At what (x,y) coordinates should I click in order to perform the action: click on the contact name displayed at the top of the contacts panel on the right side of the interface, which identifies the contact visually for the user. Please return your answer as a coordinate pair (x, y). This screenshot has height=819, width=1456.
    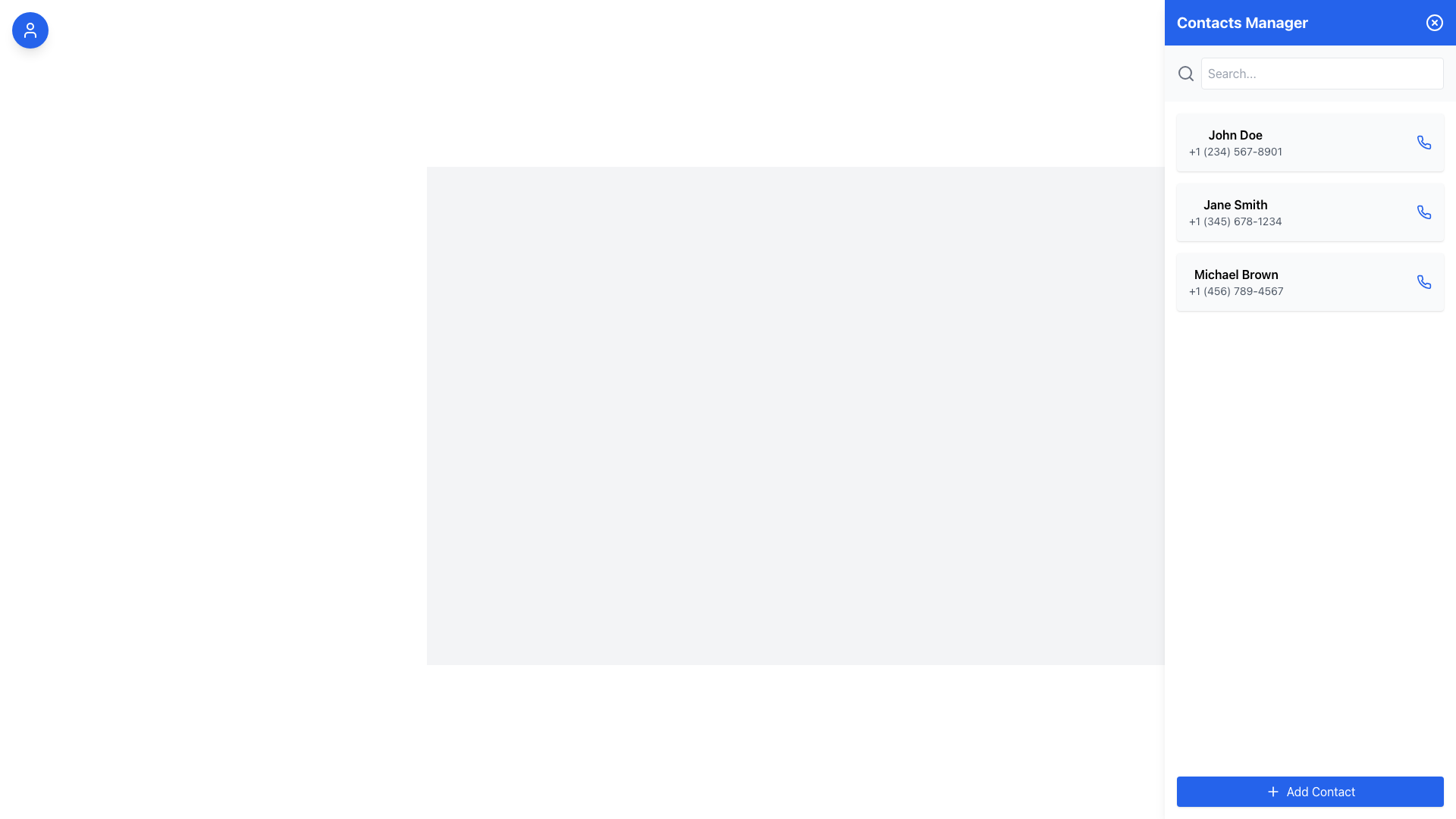
    Looking at the image, I should click on (1235, 133).